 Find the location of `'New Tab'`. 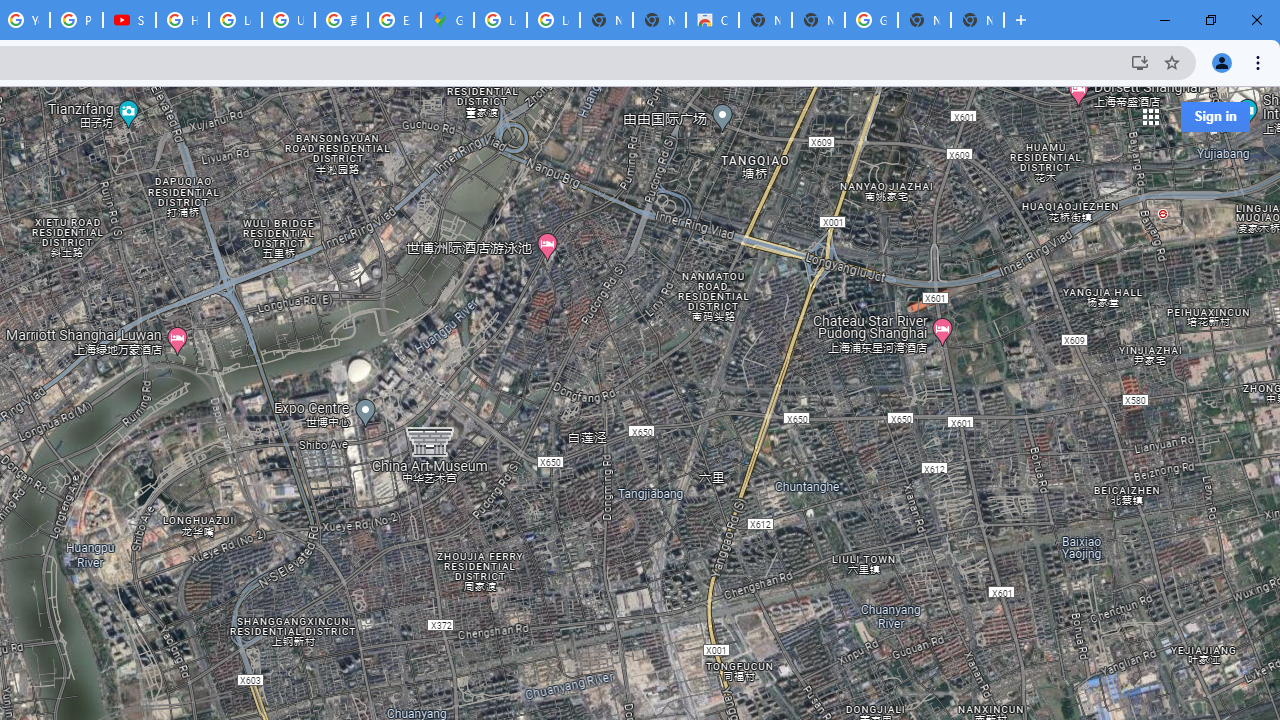

'New Tab' is located at coordinates (977, 20).